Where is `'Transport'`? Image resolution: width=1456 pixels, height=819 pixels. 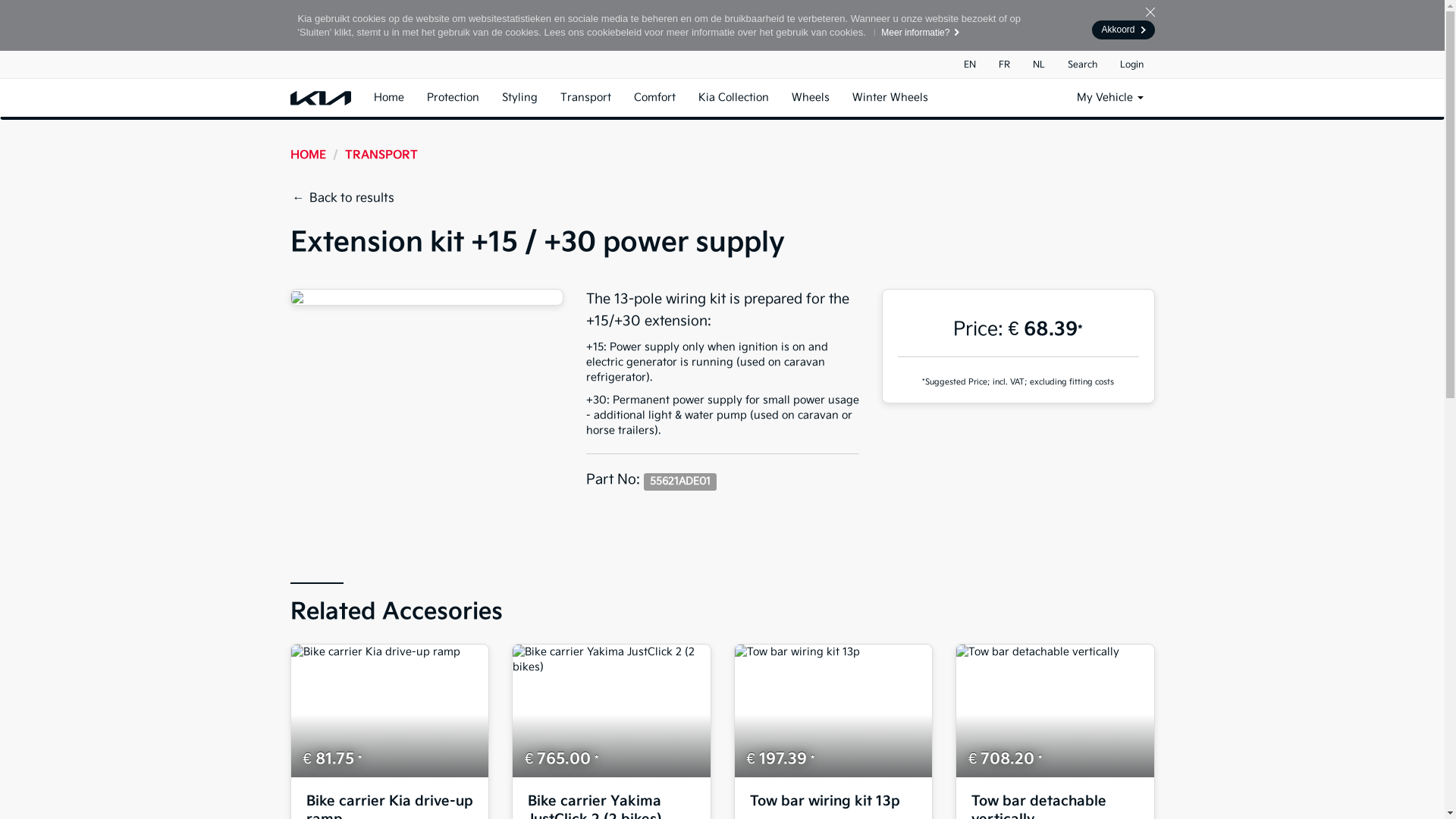 'Transport' is located at coordinates (585, 97).